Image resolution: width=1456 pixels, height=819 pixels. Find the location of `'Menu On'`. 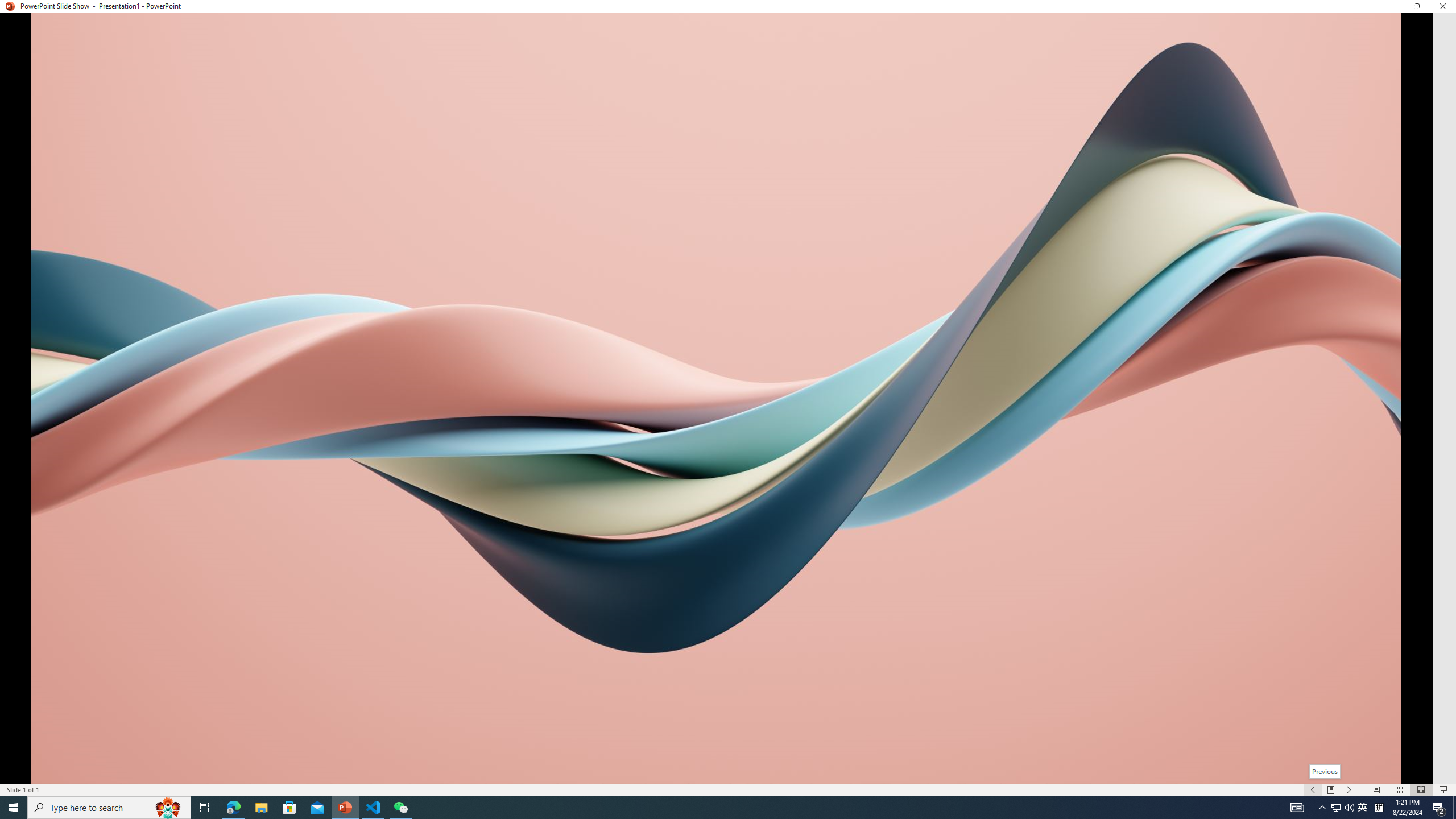

'Menu On' is located at coordinates (1331, 790).